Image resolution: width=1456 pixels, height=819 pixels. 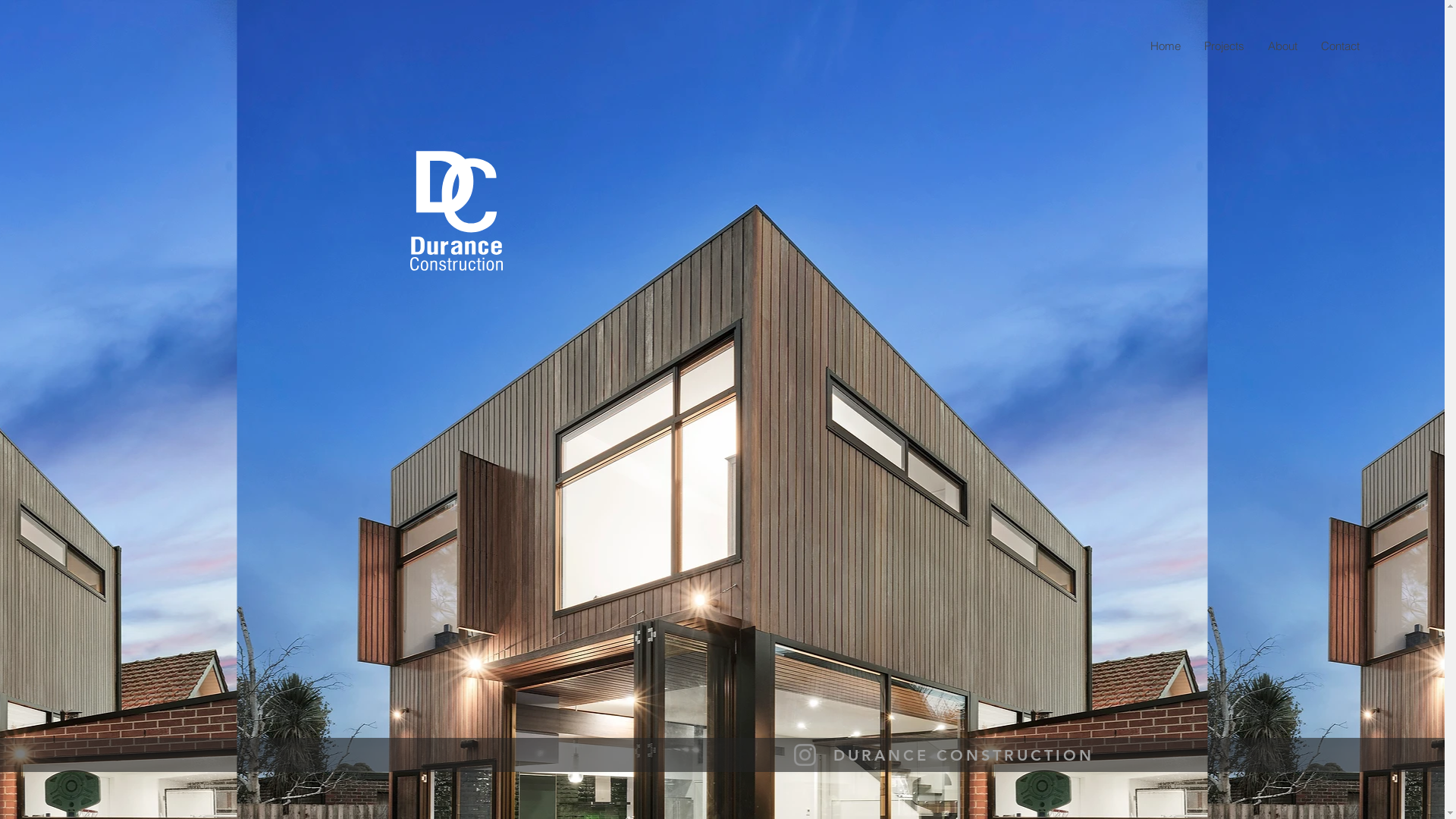 What do you see at coordinates (1138, 45) in the screenshot?
I see `'Home'` at bounding box center [1138, 45].